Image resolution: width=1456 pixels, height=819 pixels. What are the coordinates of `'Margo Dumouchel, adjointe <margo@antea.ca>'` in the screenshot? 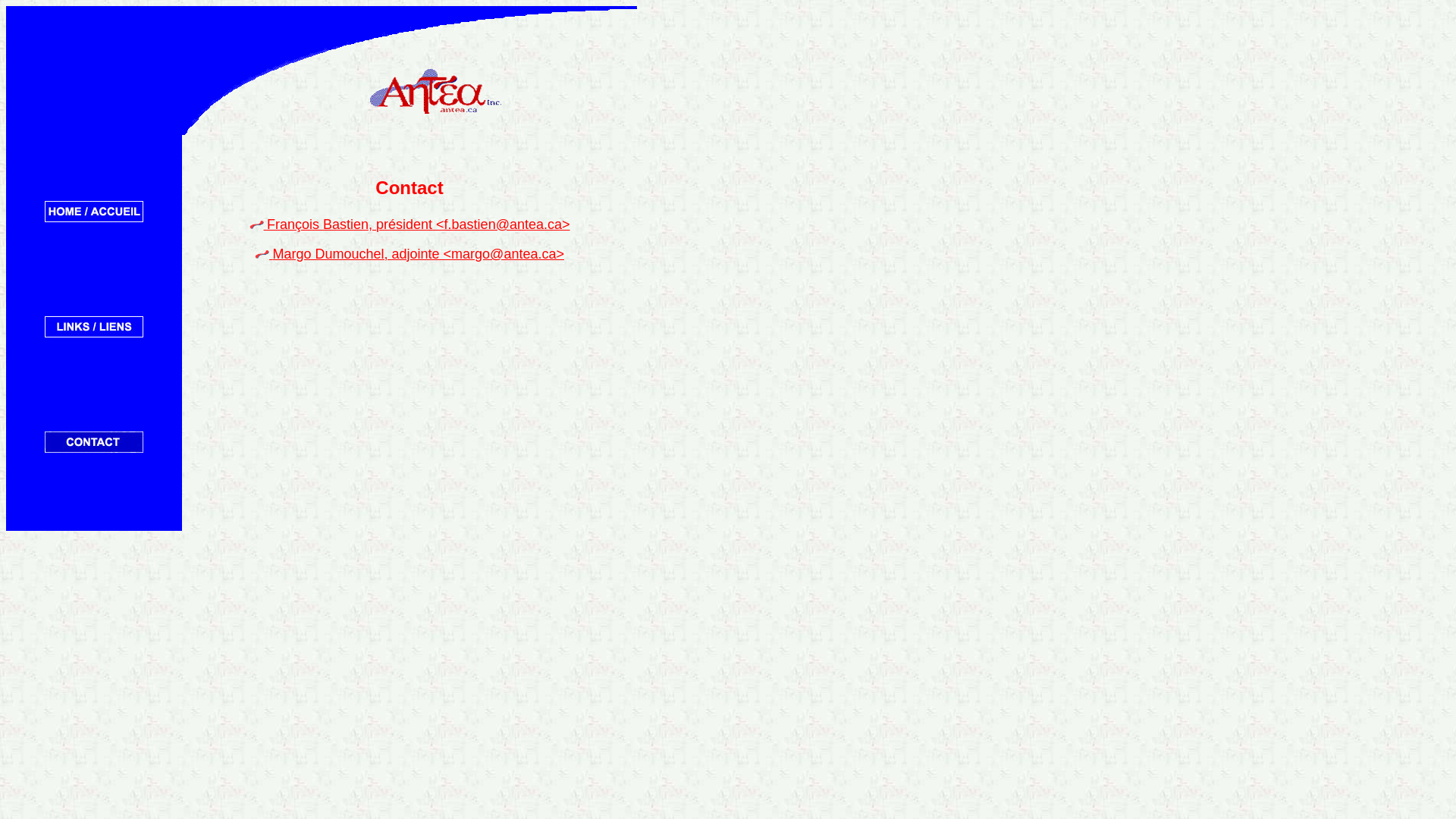 It's located at (416, 253).